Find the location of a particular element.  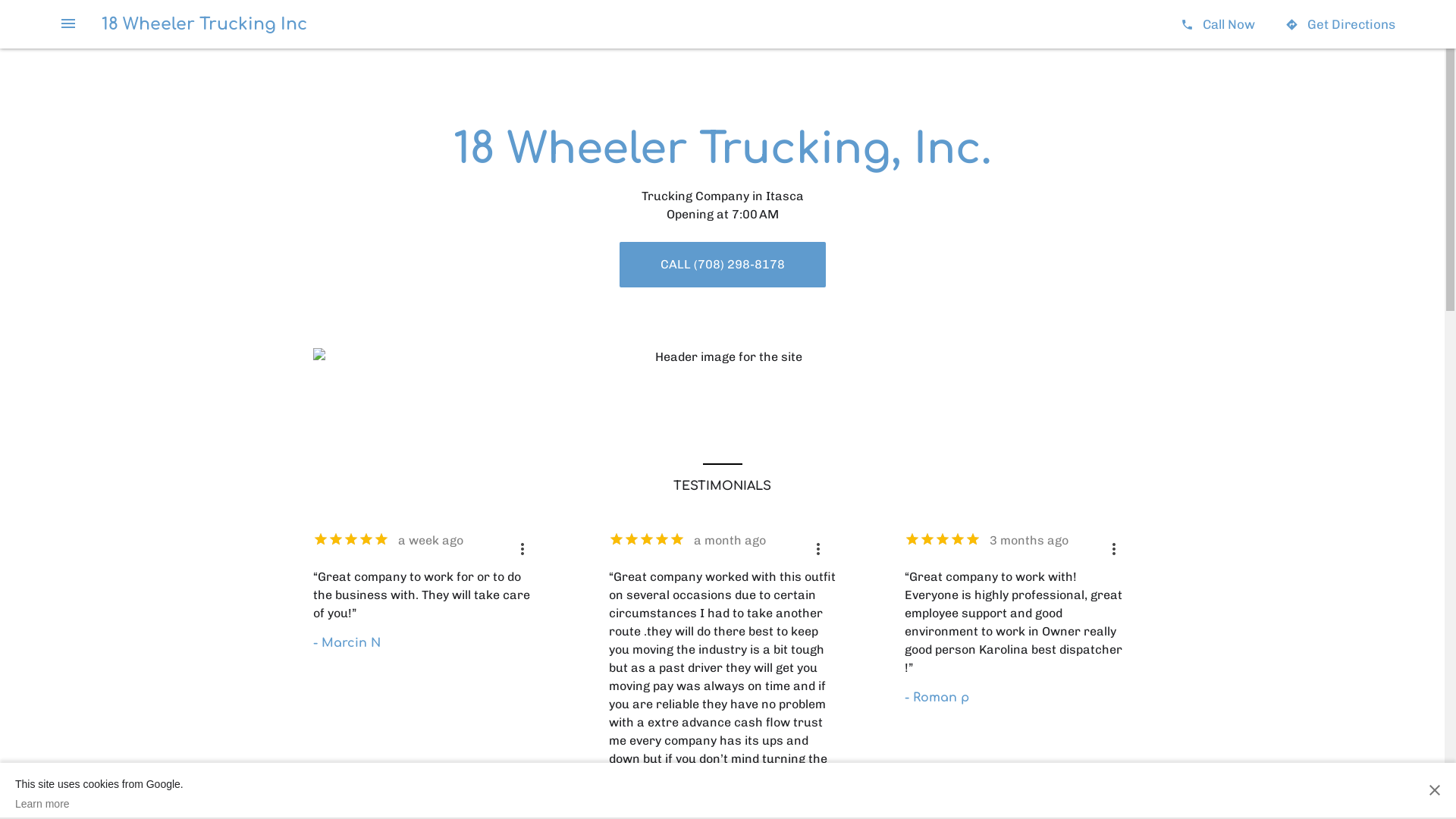

'CALL (708) 298-8178' is located at coordinates (720, 263).